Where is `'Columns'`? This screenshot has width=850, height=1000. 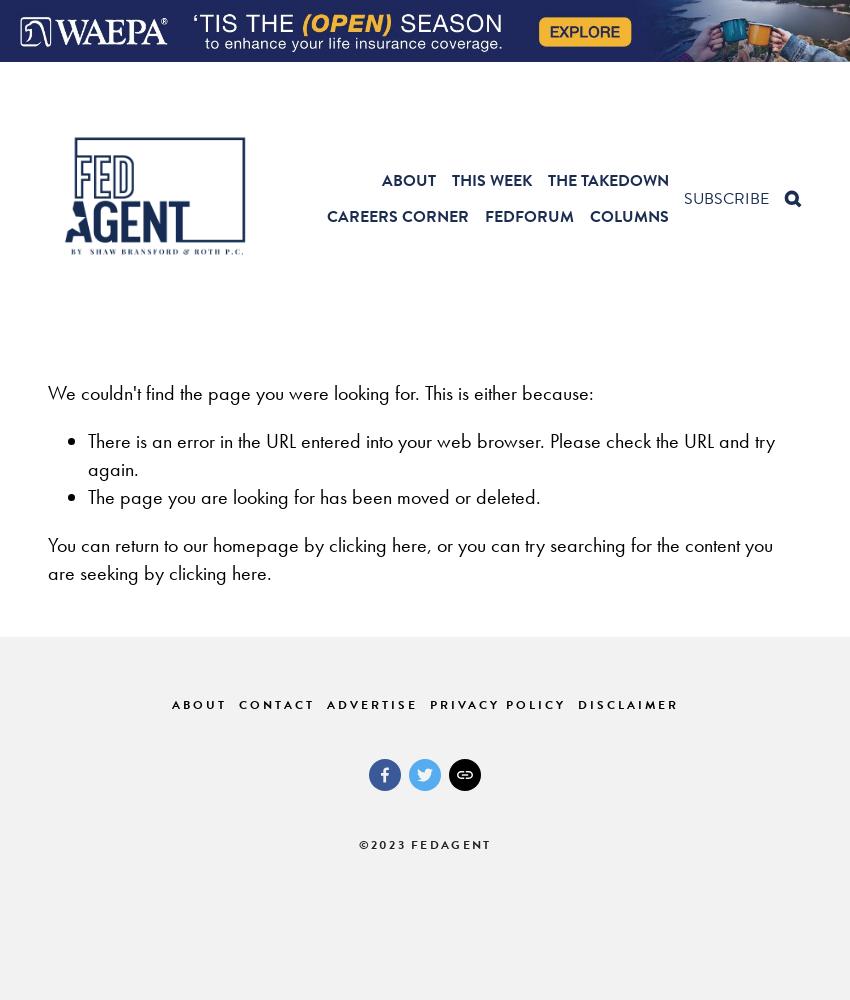 'Columns' is located at coordinates (628, 215).